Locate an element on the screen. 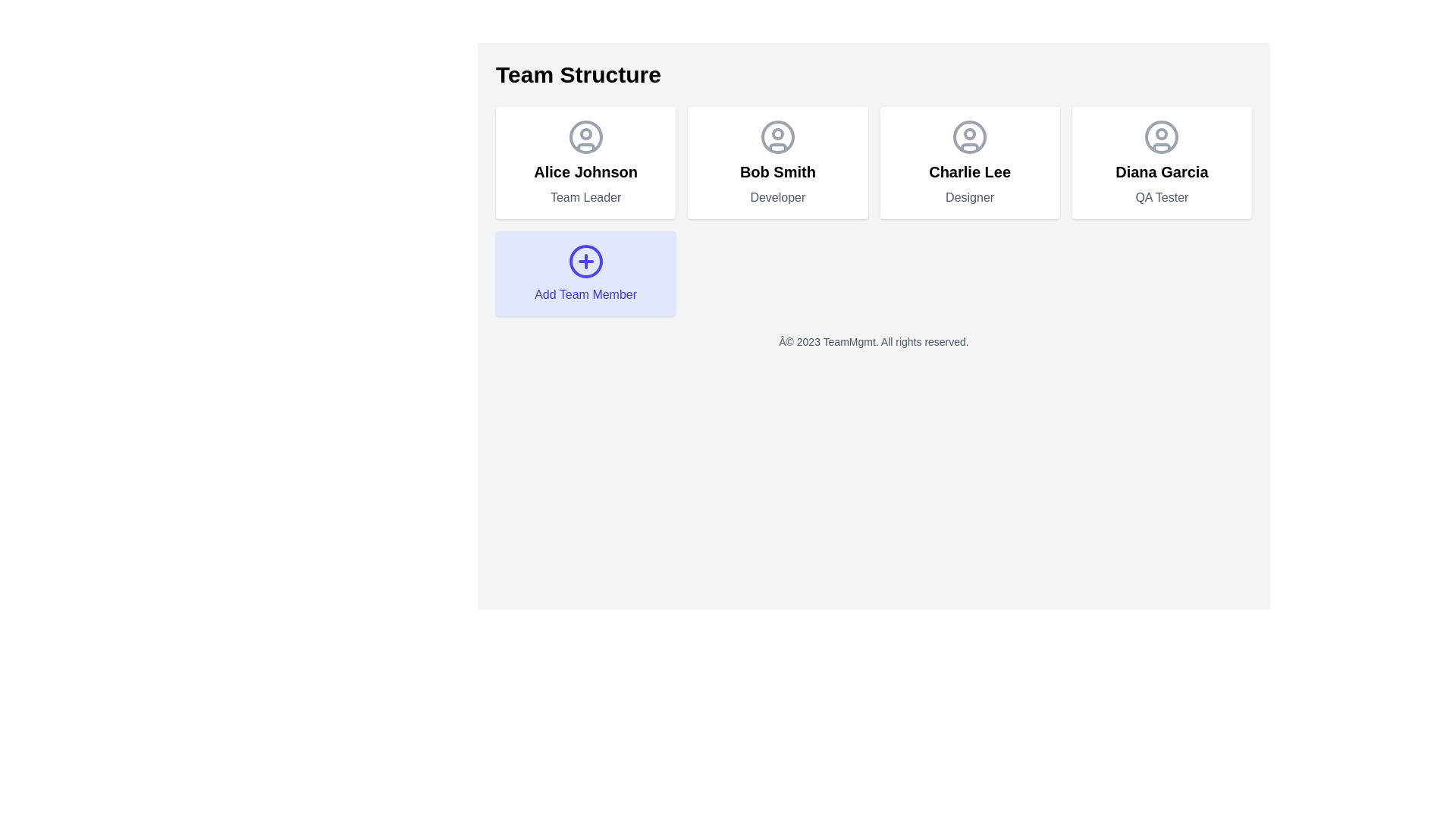 This screenshot has width=1456, height=819. 'Designer' label located below the name 'Charlie Lee' in the third card of the 'Team Structure' panel is located at coordinates (969, 197).